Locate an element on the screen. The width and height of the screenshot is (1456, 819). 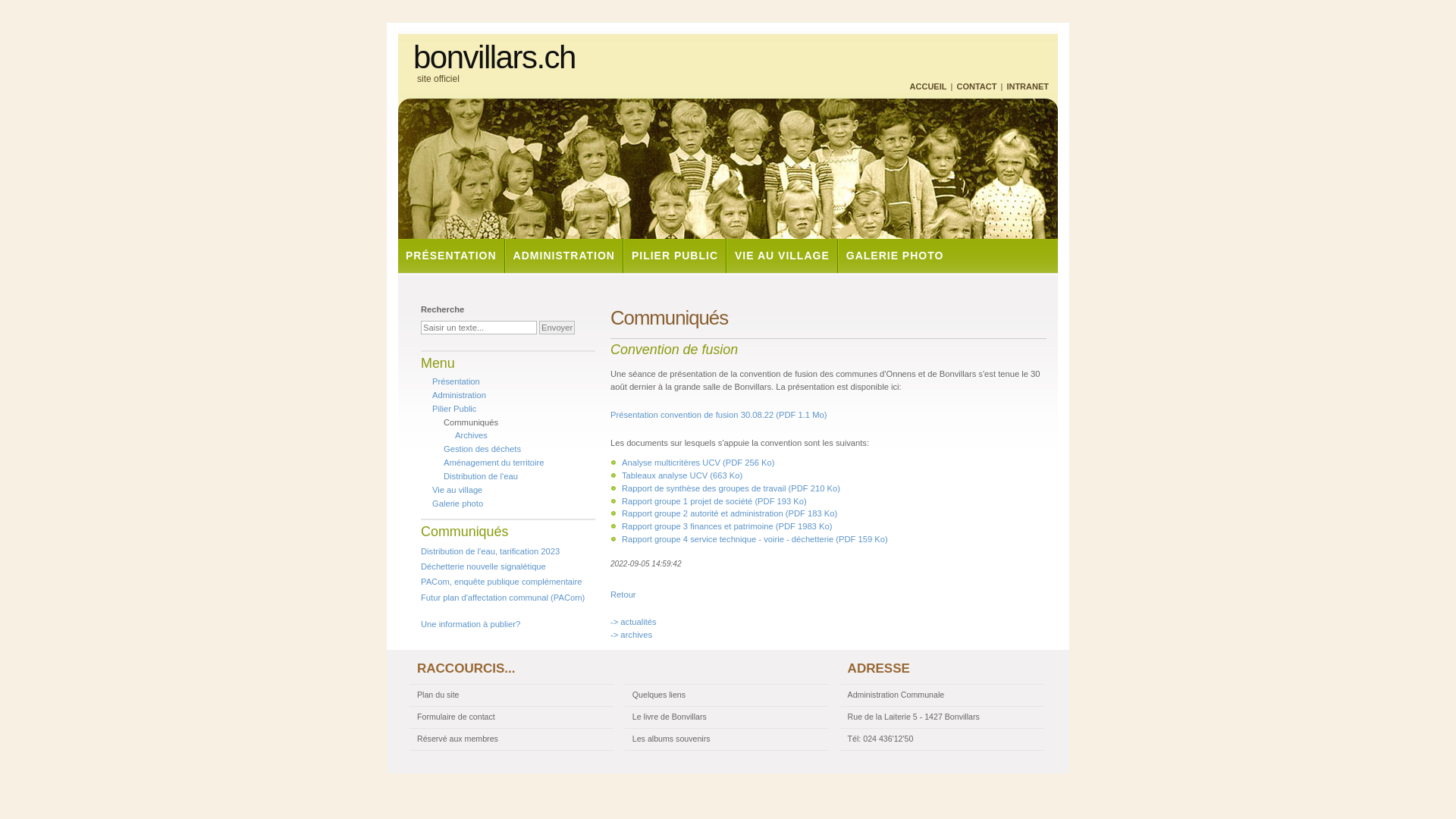
'CONTACT' is located at coordinates (976, 86).